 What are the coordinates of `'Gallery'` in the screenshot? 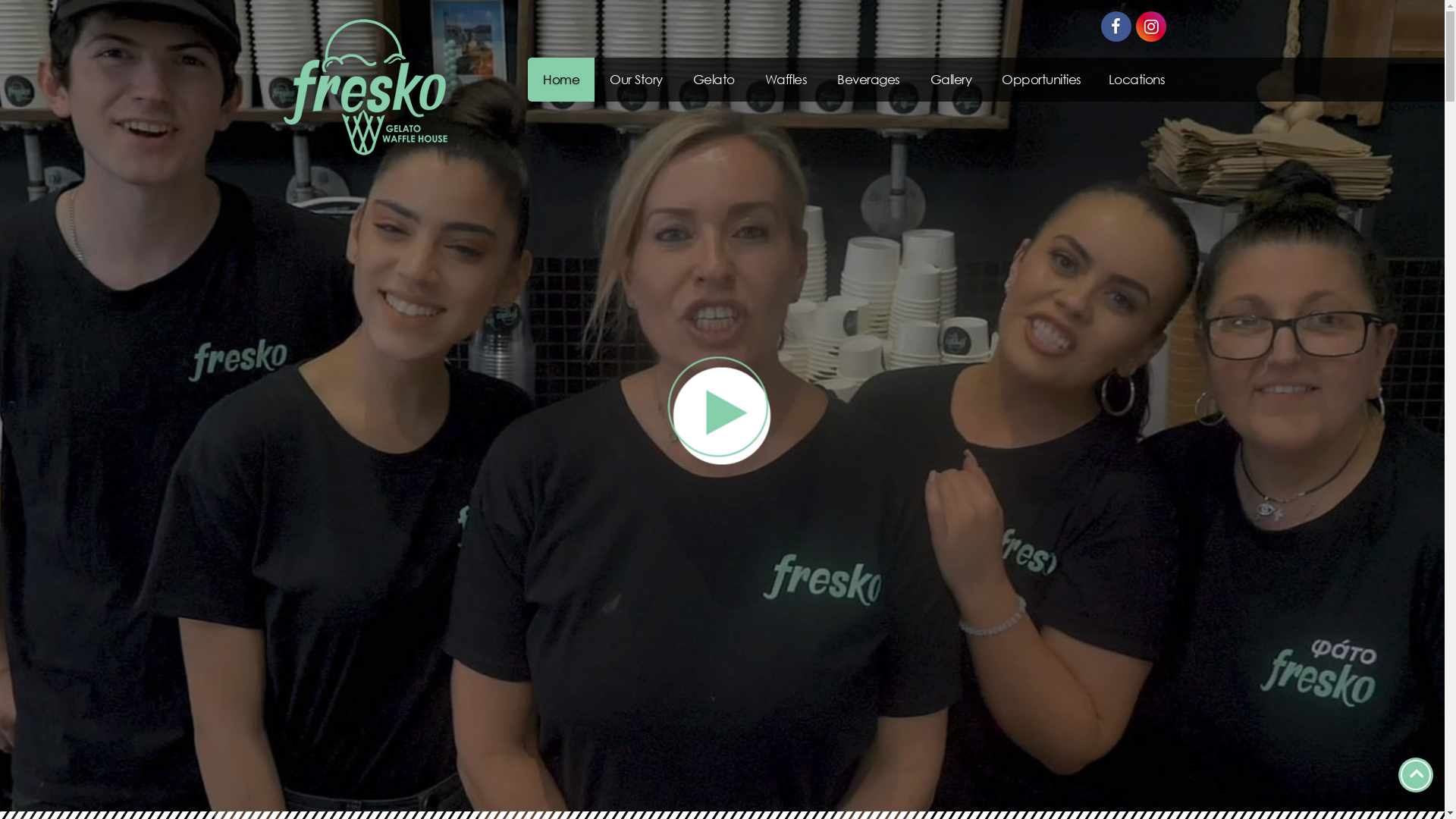 It's located at (914, 79).